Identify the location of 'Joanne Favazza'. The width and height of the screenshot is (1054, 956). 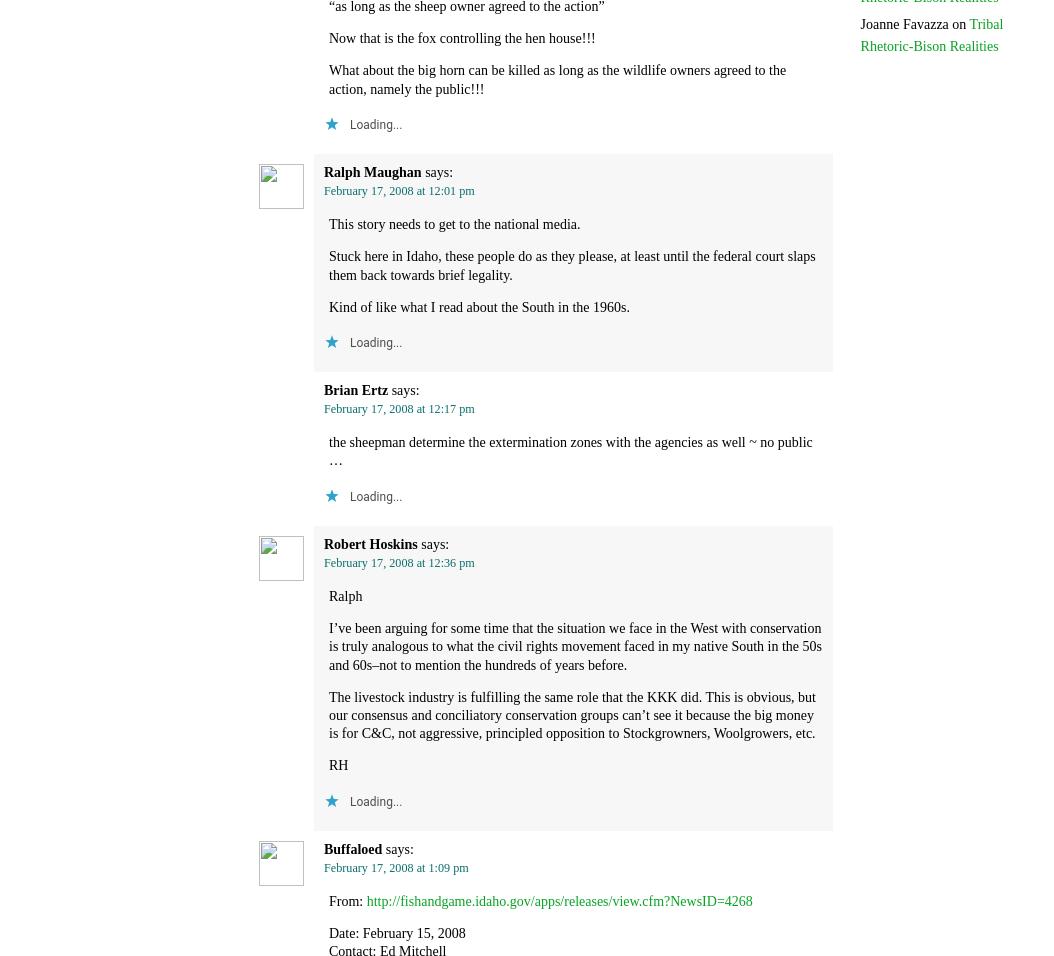
(903, 22).